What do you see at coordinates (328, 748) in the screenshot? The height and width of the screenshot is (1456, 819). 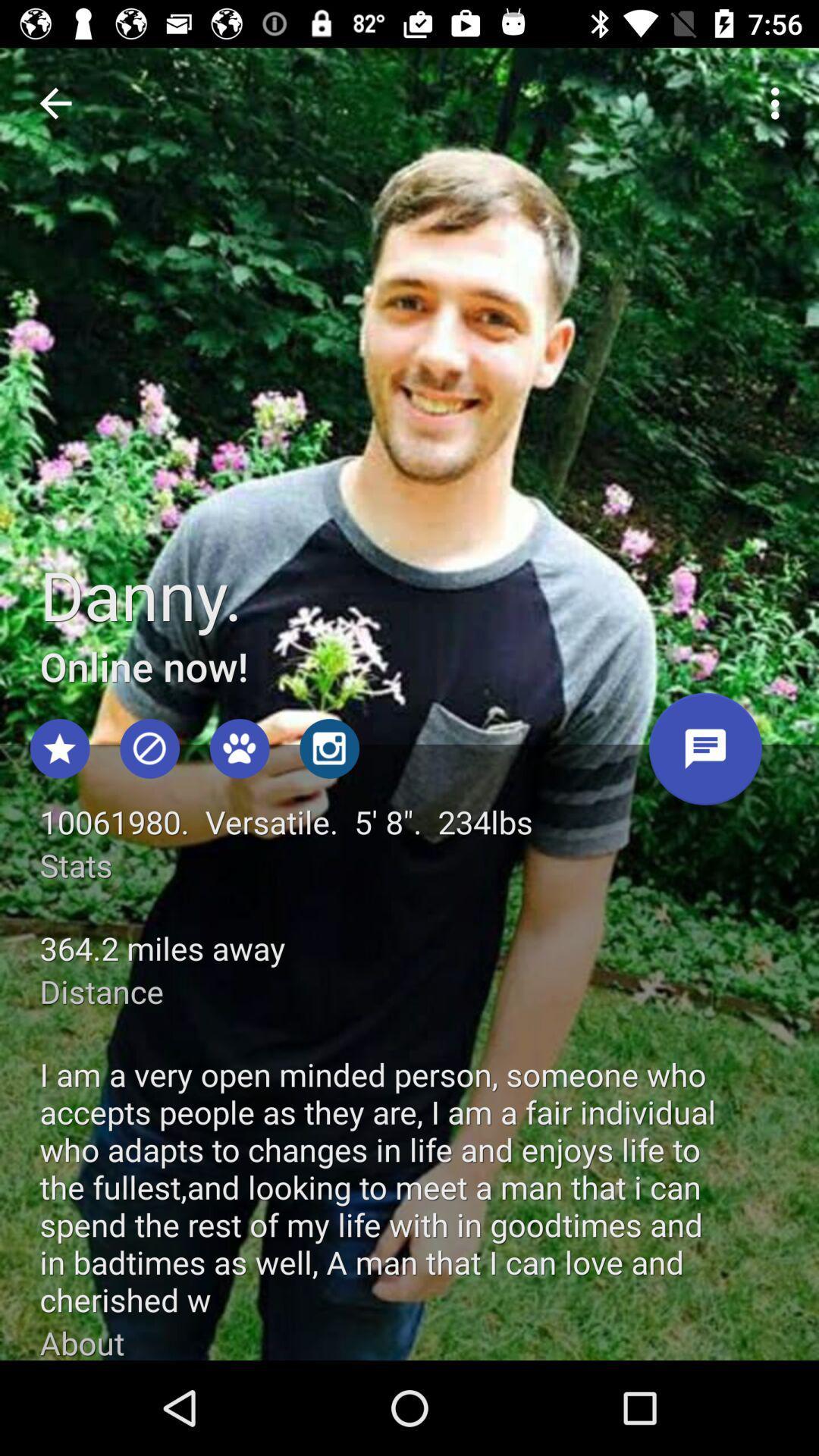 I see `the photo icon` at bounding box center [328, 748].